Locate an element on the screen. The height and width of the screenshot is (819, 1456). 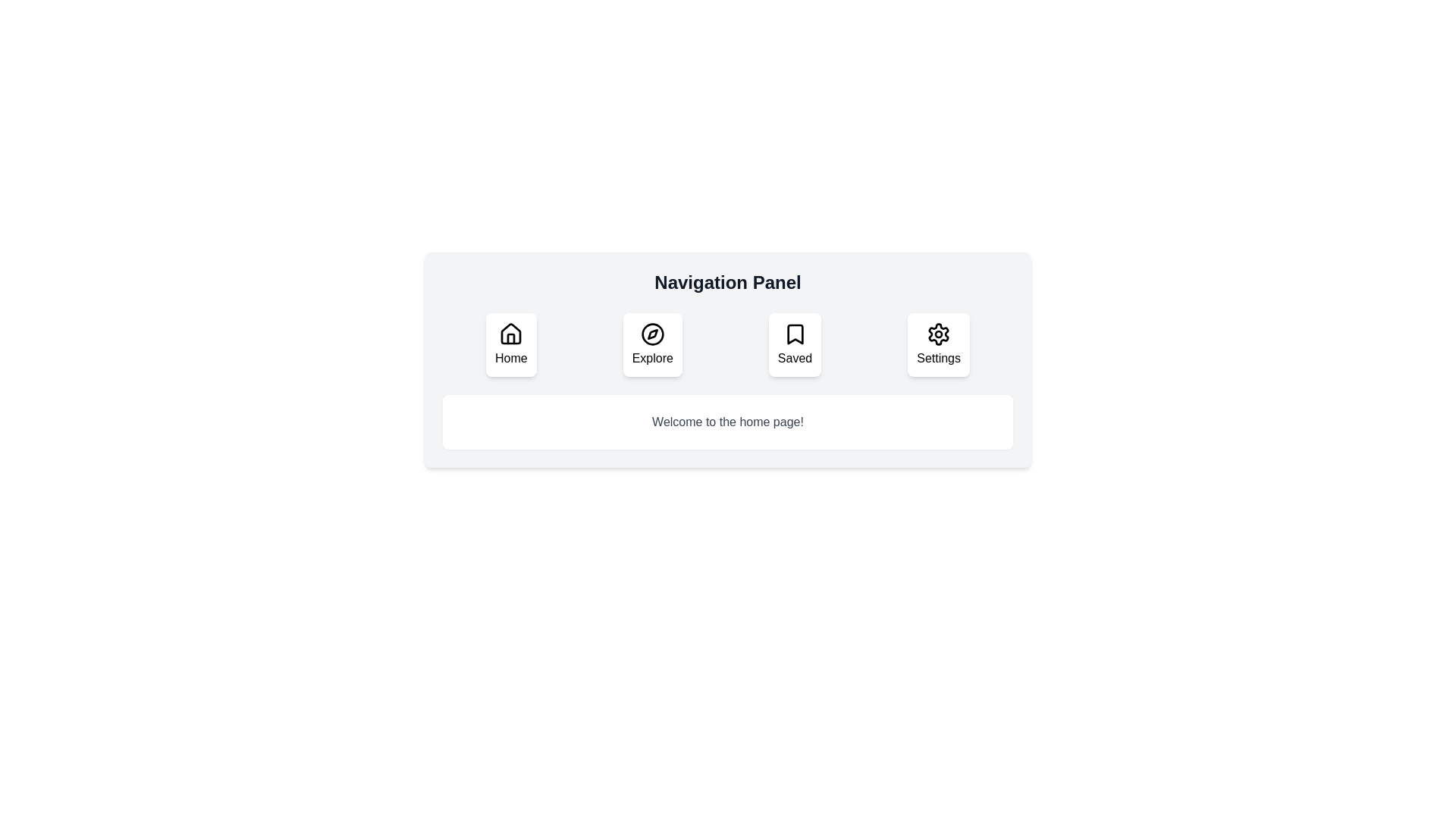
text label that indicates the functionality of the associated button leading to the 'Saved' section, located below the icon in the third card of a horizontally aligned set of four cards in the navigation panel is located at coordinates (794, 359).